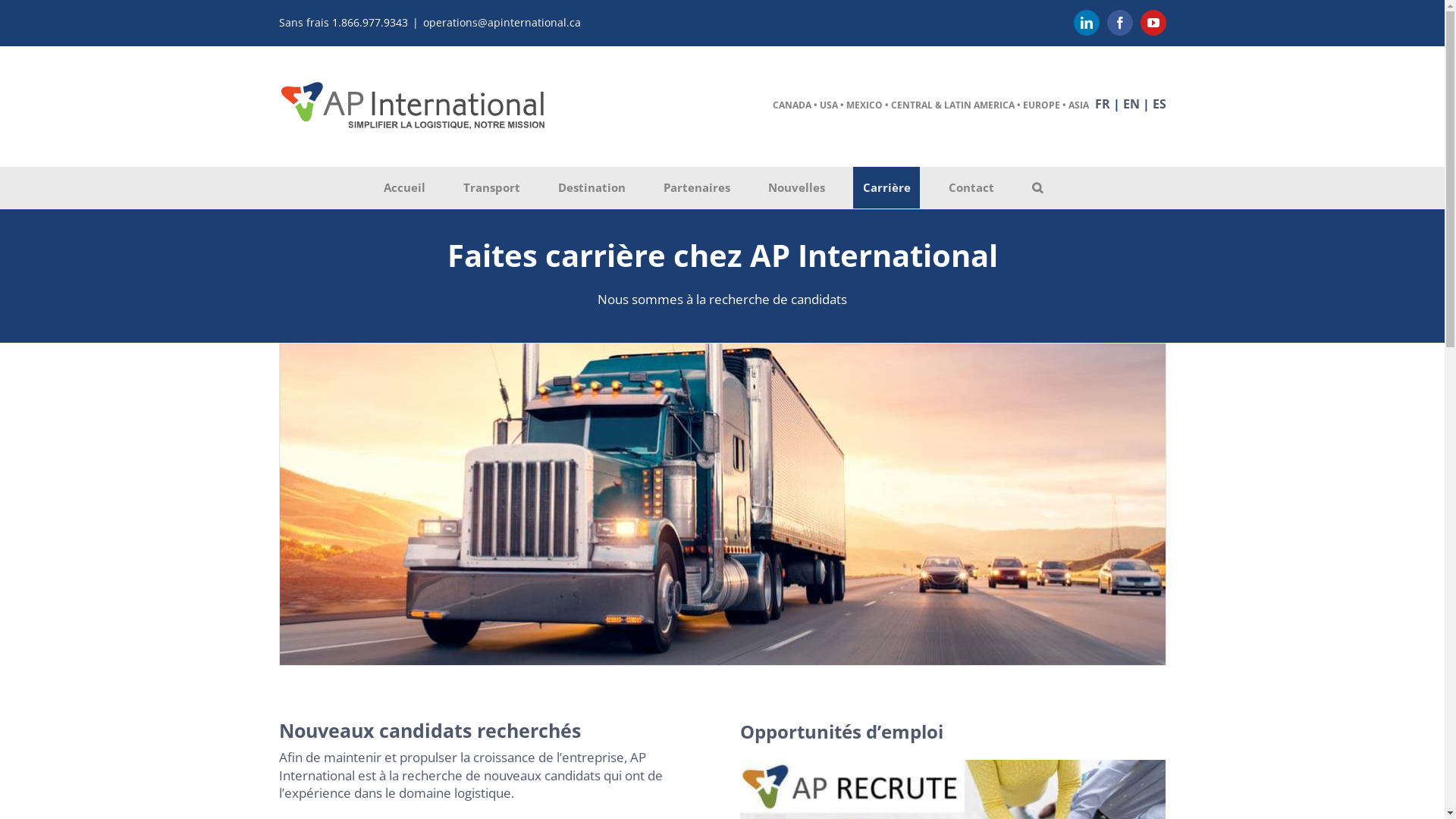 The image size is (1456, 819). Describe the element at coordinates (491, 187) in the screenshot. I see `'Transport'` at that location.